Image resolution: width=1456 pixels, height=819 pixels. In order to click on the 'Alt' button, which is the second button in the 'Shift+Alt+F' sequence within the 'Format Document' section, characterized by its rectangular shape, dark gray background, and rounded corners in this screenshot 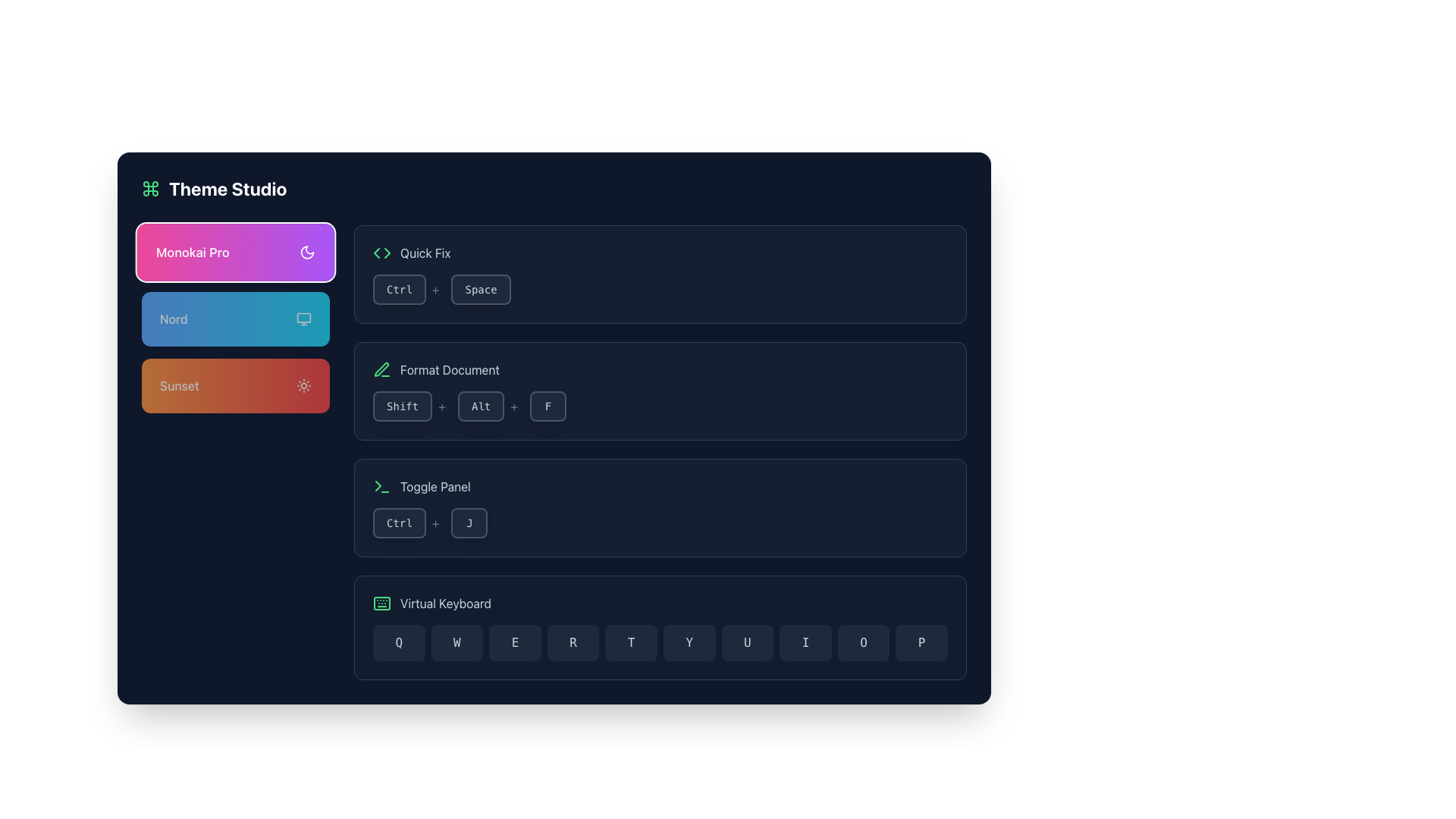, I will do `click(491, 406)`.